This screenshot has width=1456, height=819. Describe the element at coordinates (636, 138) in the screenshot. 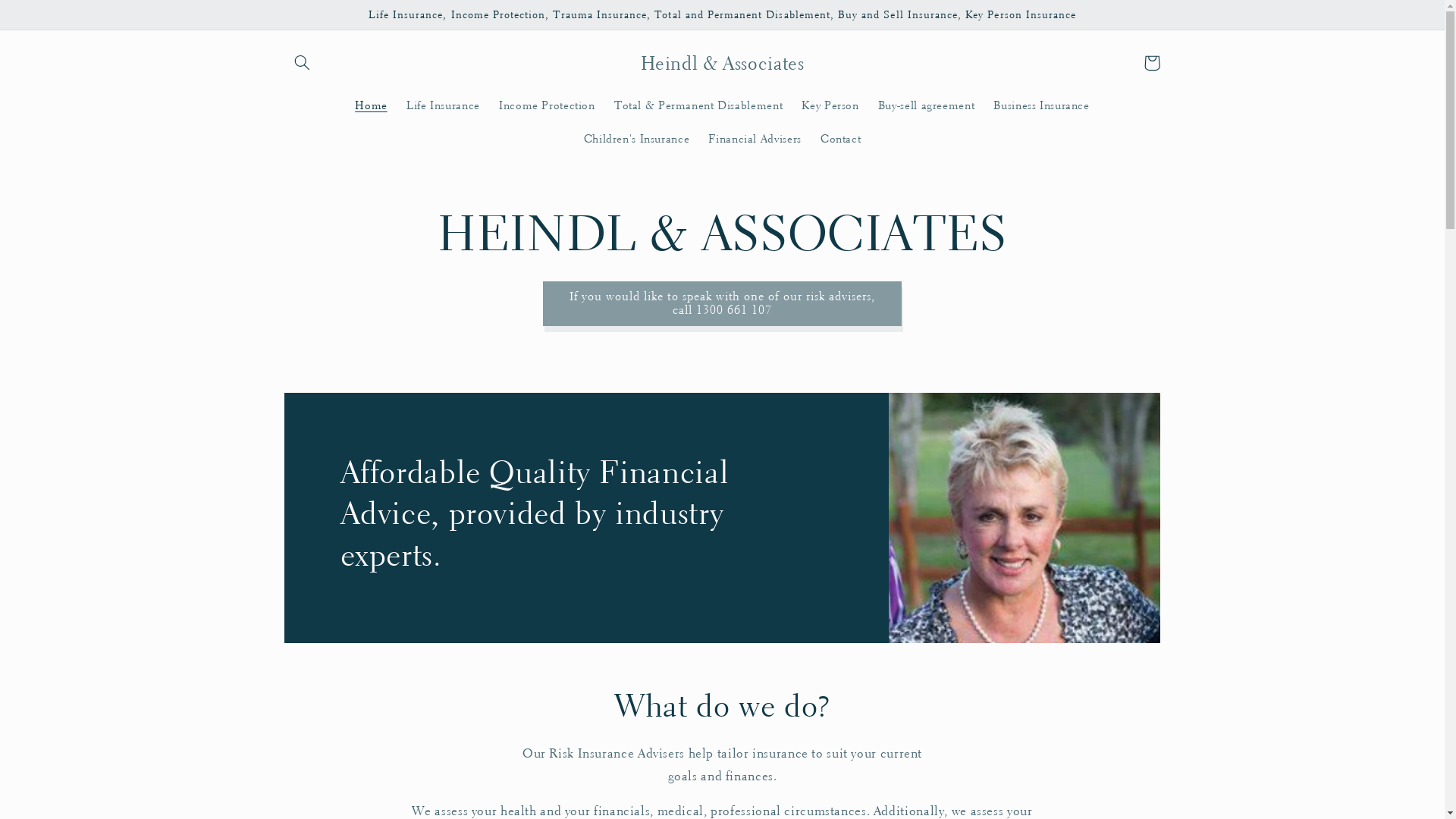

I see `'Children's Insurance'` at that location.